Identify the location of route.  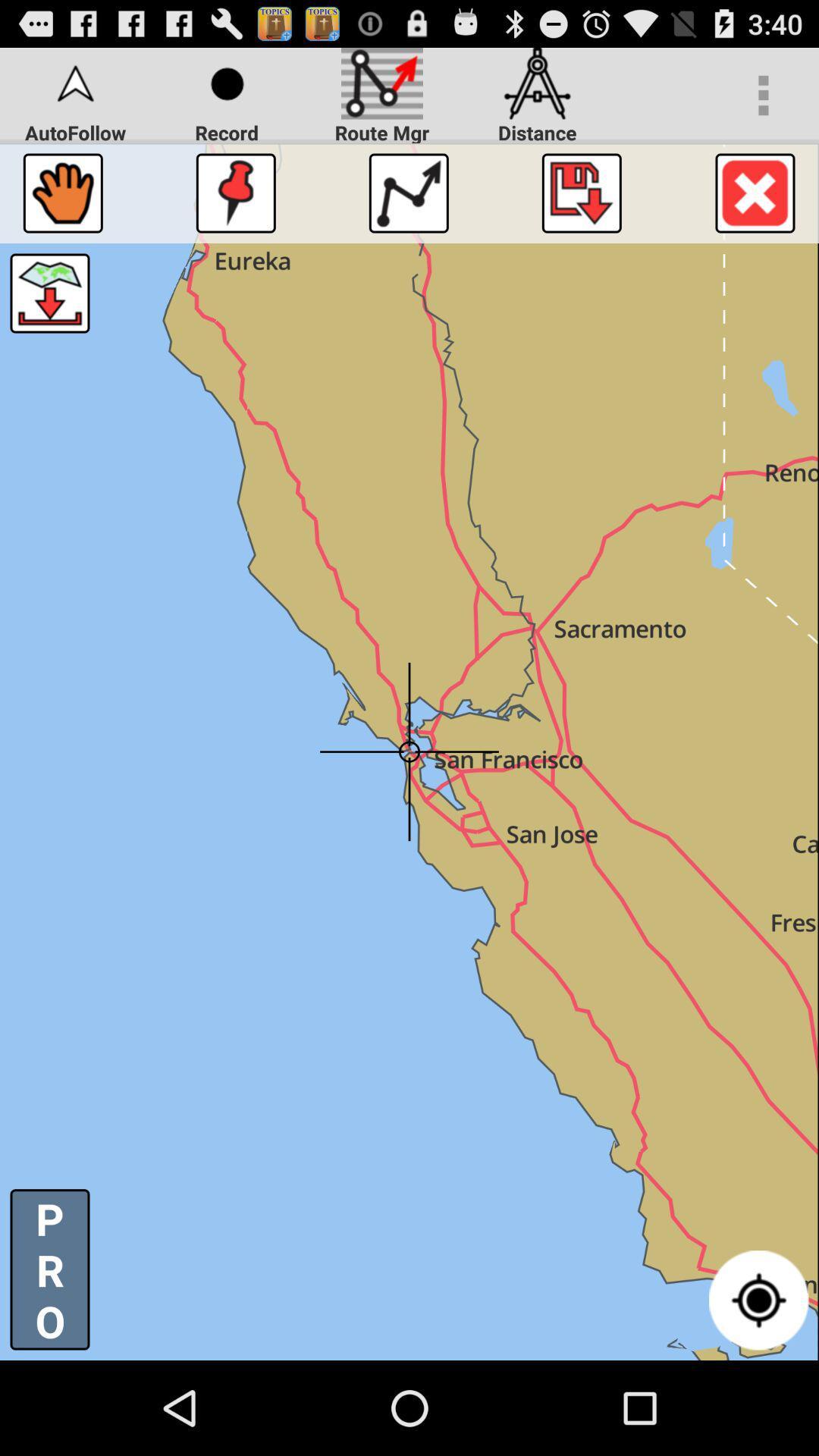
(408, 192).